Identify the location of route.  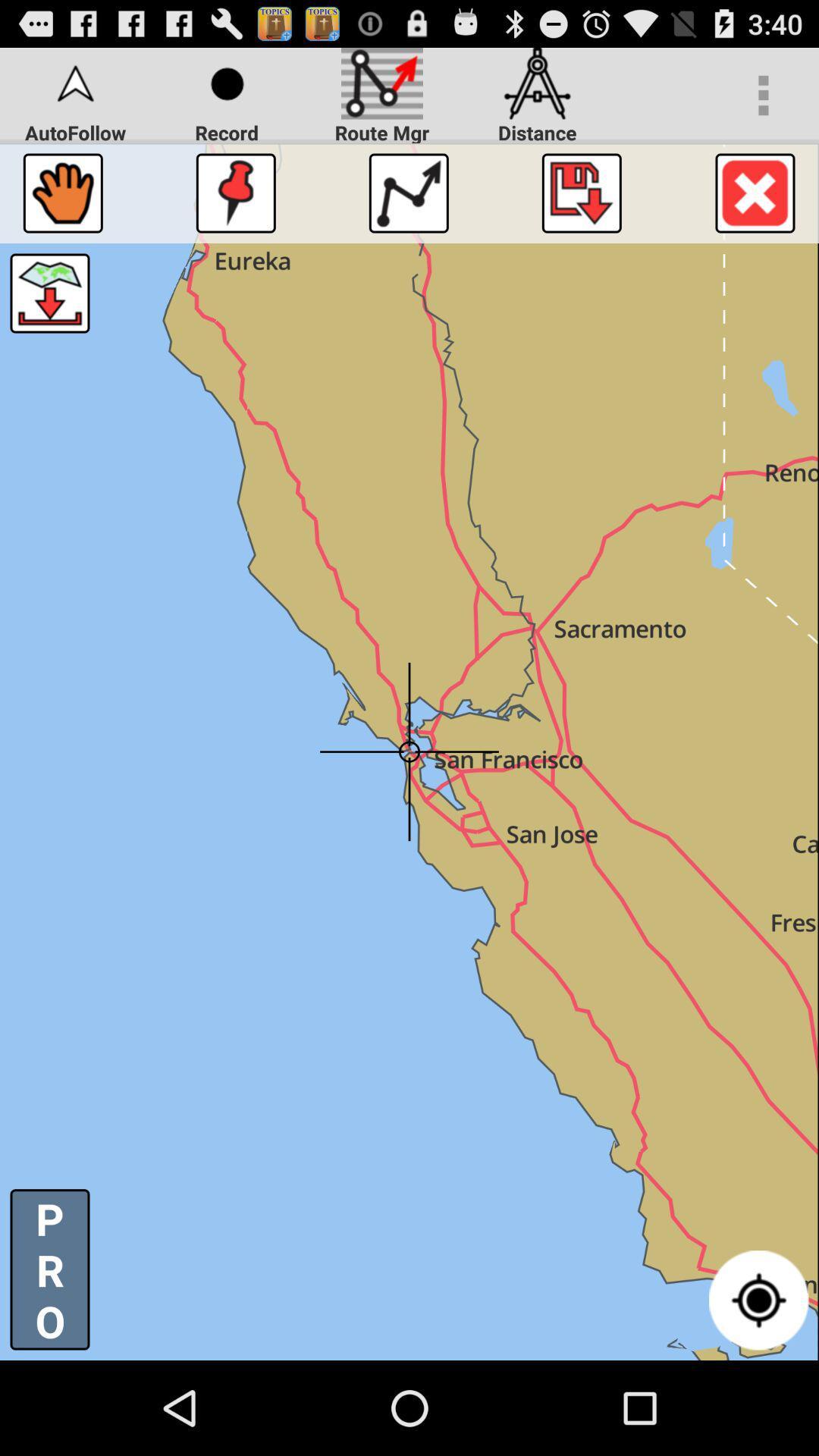
(408, 192).